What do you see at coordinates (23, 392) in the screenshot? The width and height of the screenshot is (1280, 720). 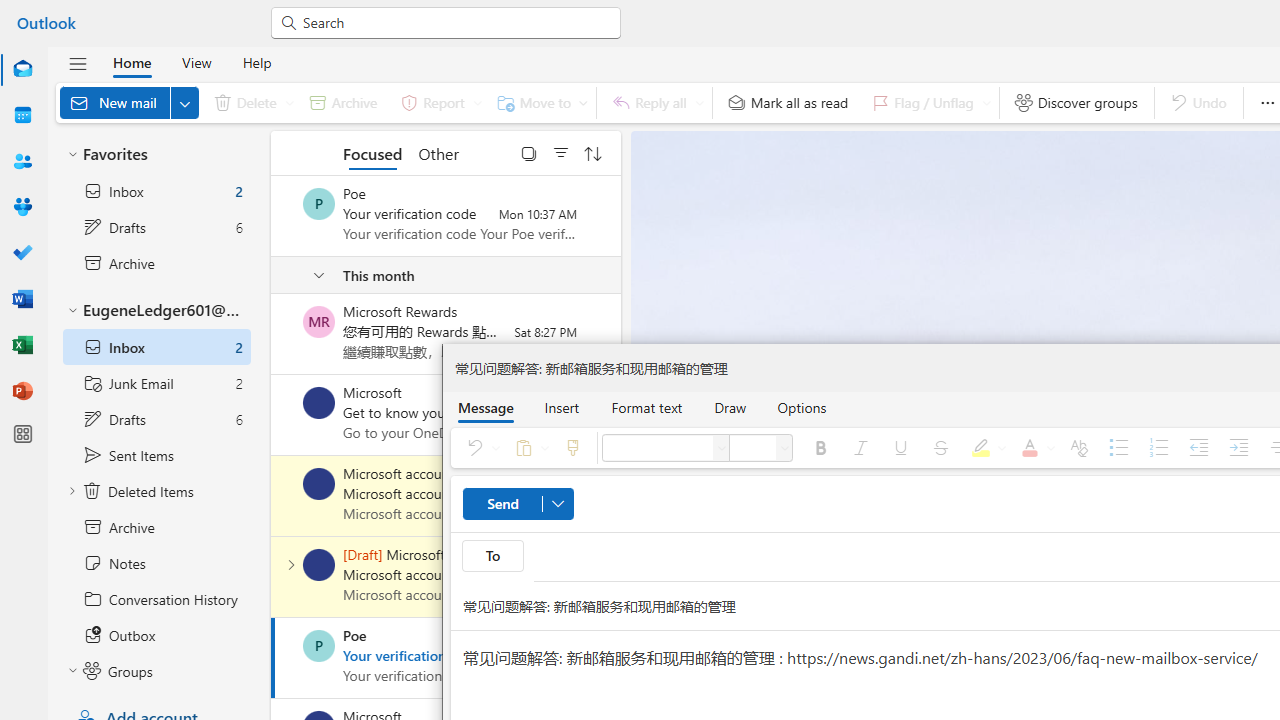 I see `'PowerPoint'` at bounding box center [23, 392].